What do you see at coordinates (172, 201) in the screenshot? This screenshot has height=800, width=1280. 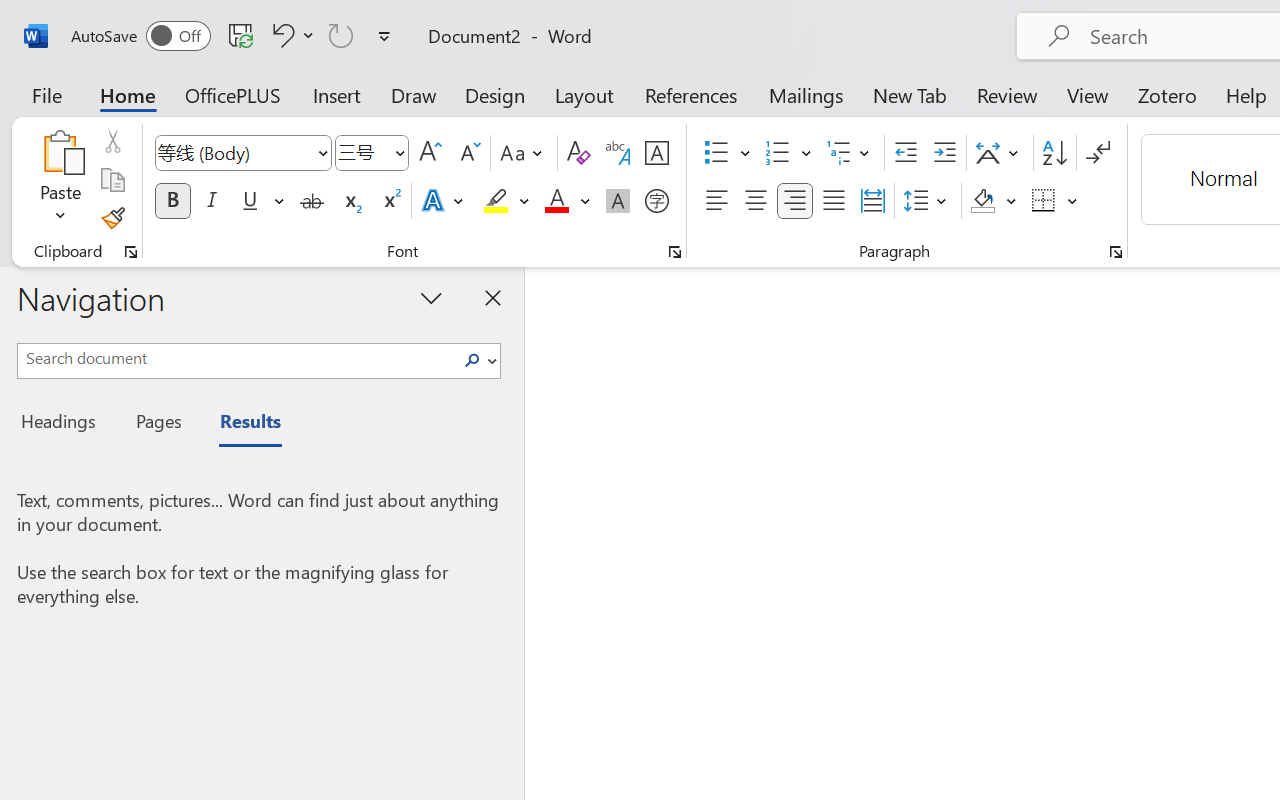 I see `'Bold'` at bounding box center [172, 201].